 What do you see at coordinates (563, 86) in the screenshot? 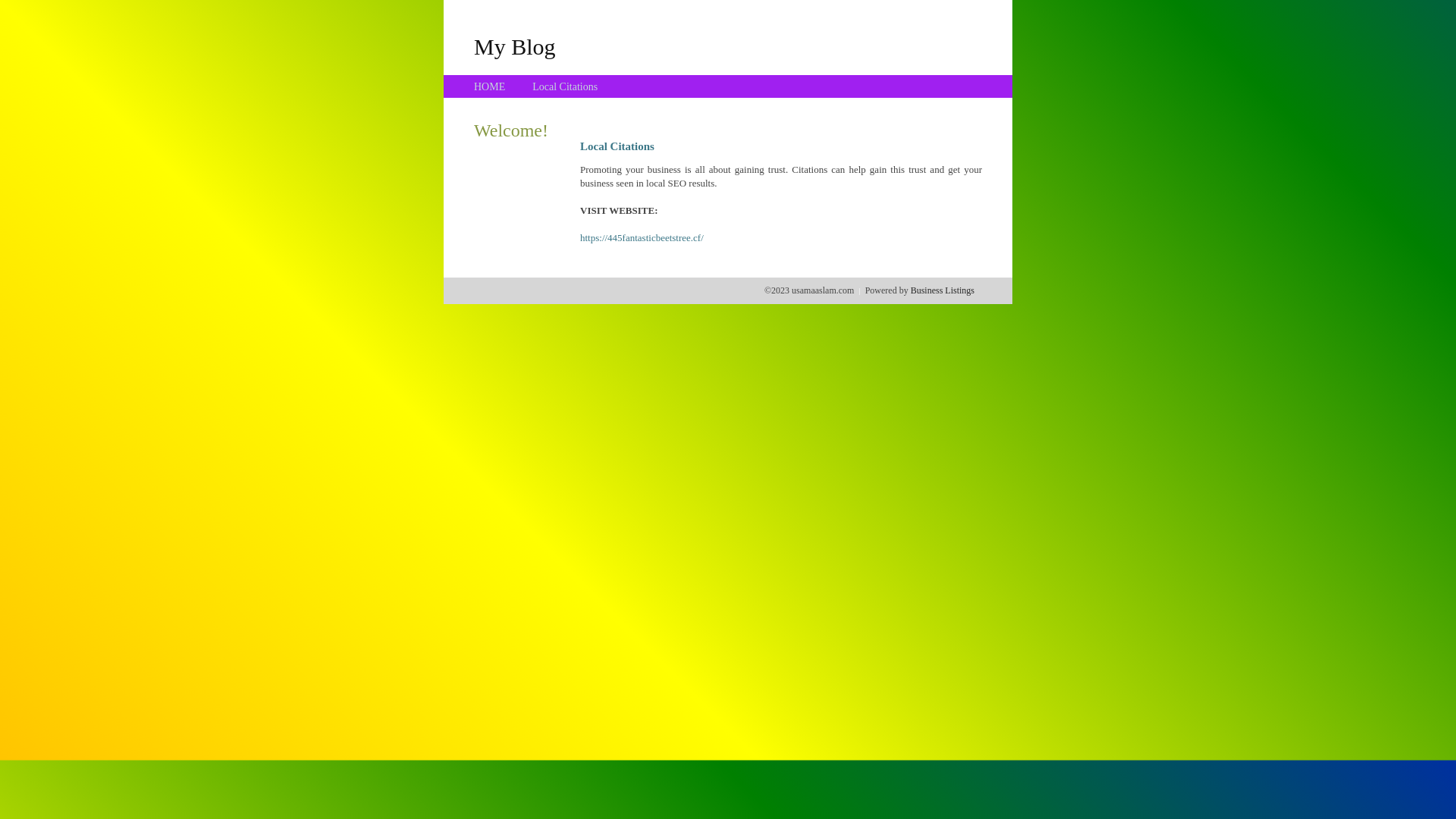
I see `'Local Citations'` at bounding box center [563, 86].